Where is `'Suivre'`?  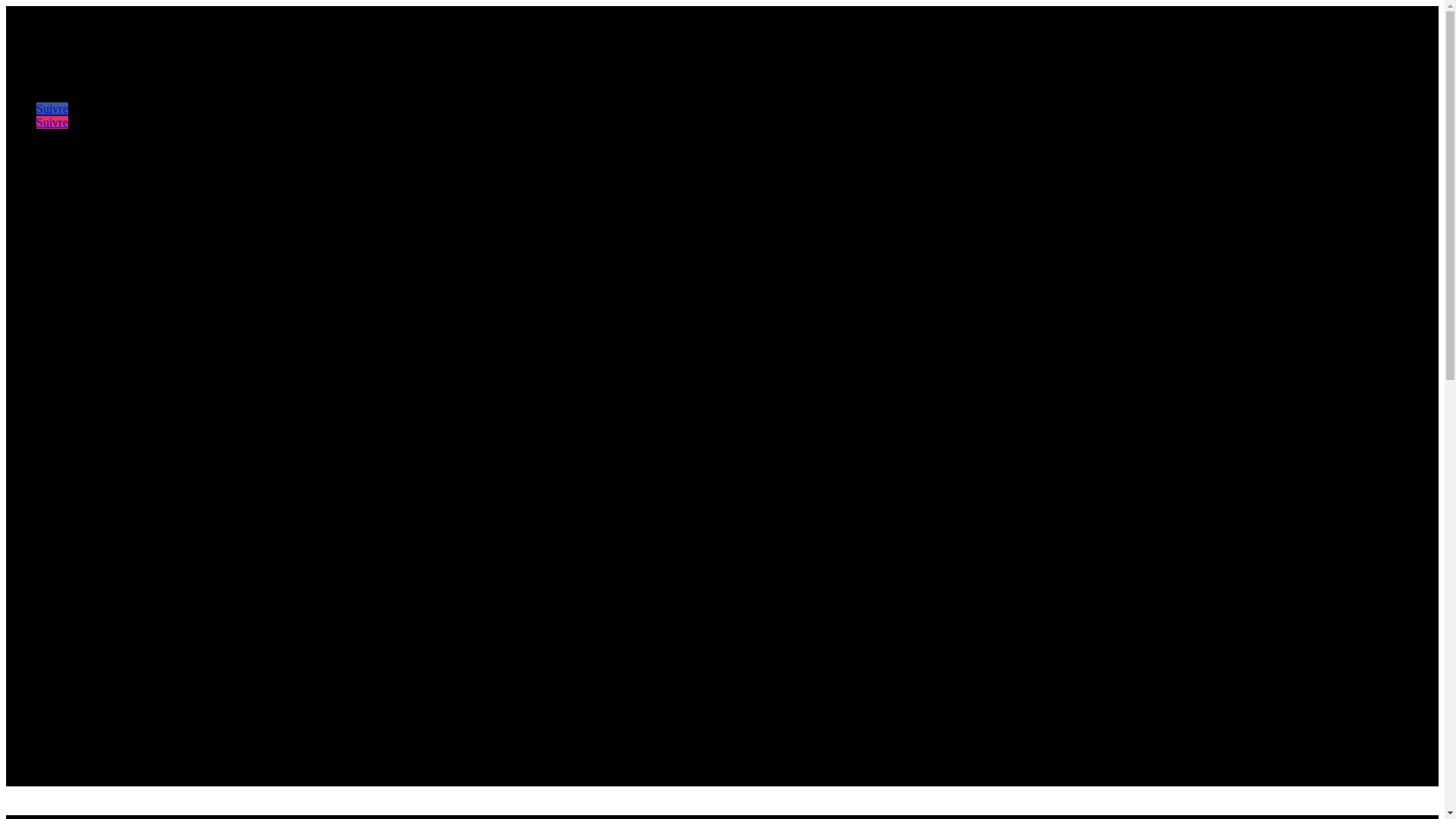
'Suivre' is located at coordinates (52, 121).